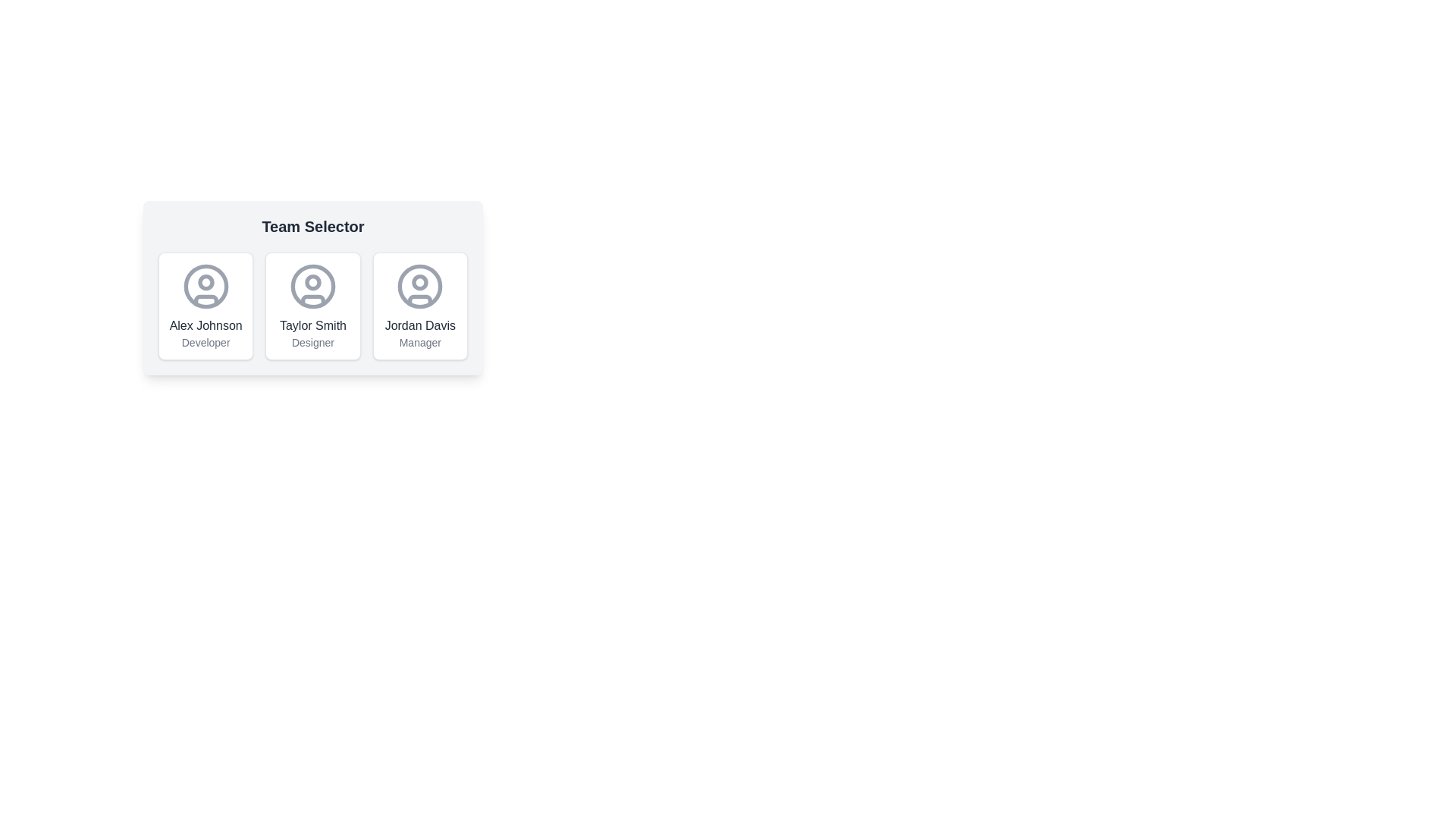  Describe the element at coordinates (312, 300) in the screenshot. I see `the bottom-most segment of the user profile icon representing Taylor Smith, Designer, which is a semicircular line mimicking shoulders` at that location.